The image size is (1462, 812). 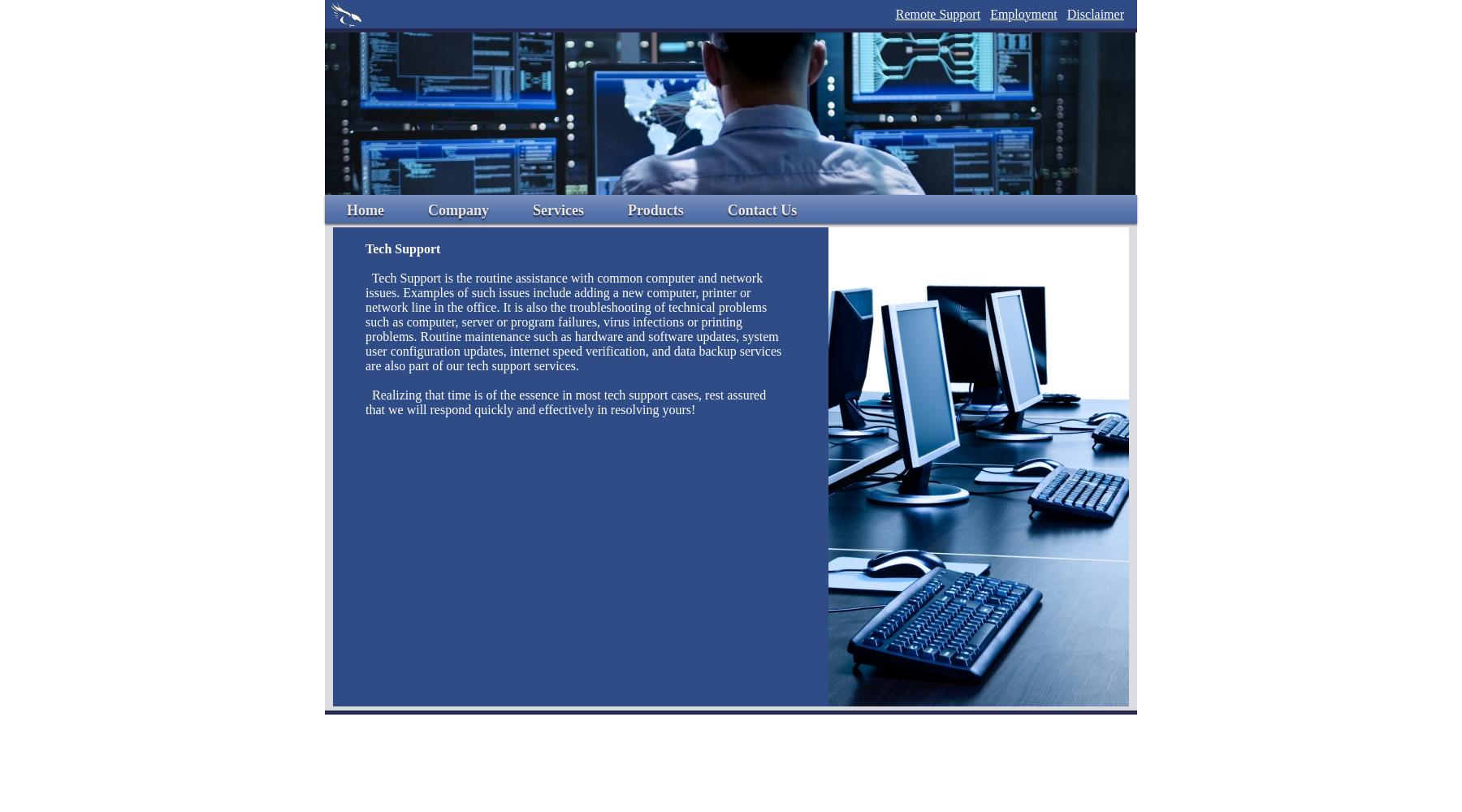 What do you see at coordinates (456, 210) in the screenshot?
I see `'Company'` at bounding box center [456, 210].